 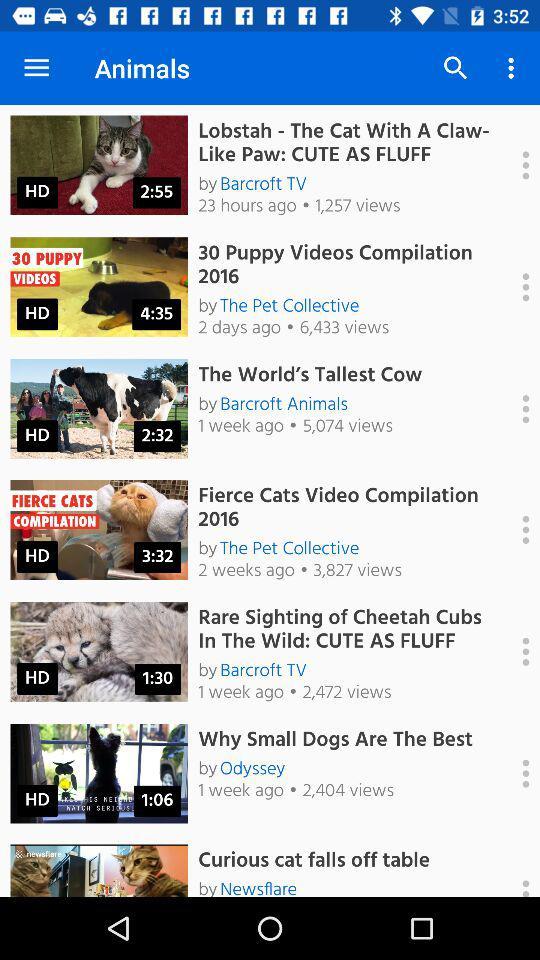 I want to click on open options, so click(x=515, y=408).